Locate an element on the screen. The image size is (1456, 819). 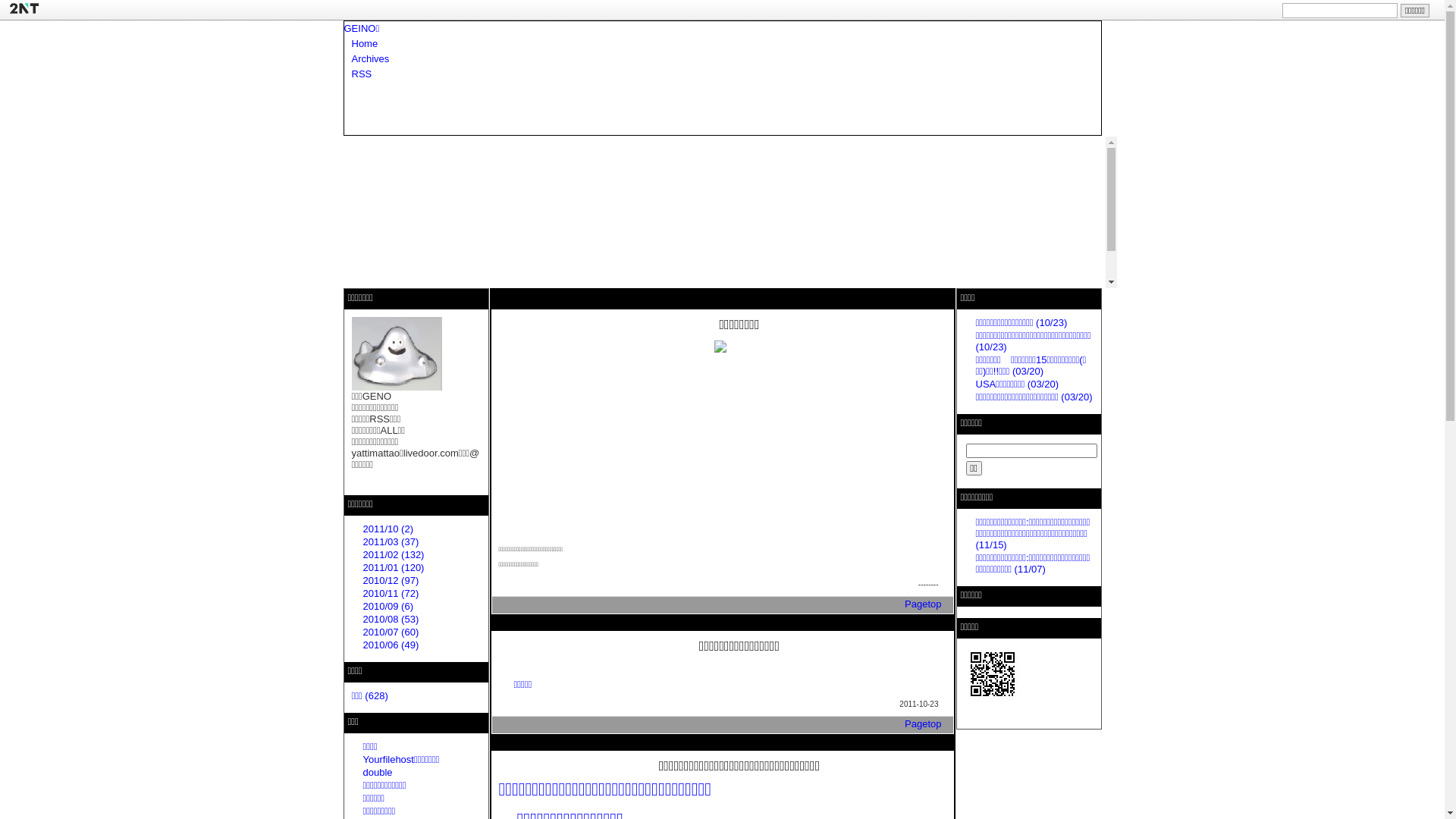
'RSS' is located at coordinates (351, 74).